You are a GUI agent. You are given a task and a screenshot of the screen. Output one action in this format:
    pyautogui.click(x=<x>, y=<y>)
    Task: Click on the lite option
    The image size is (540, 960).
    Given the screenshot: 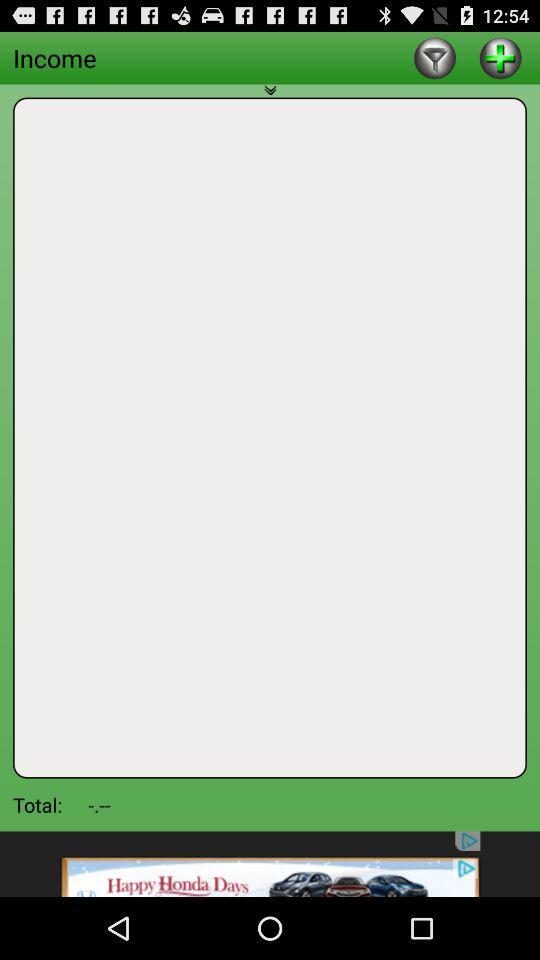 What is the action you would take?
    pyautogui.click(x=434, y=56)
    